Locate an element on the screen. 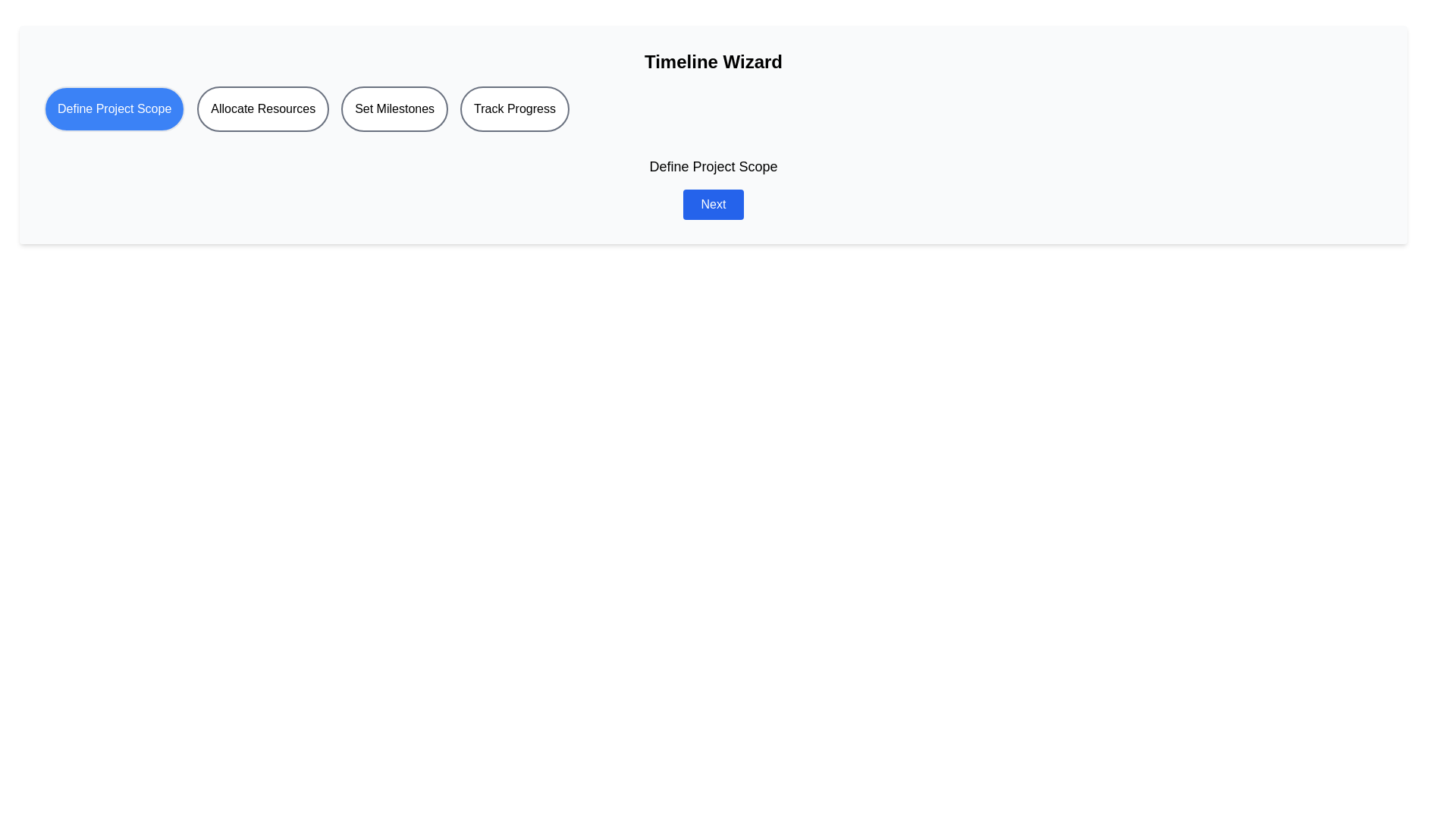 This screenshot has height=819, width=1456. the step labeled Allocate Resources to select it is located at coordinates (262, 108).